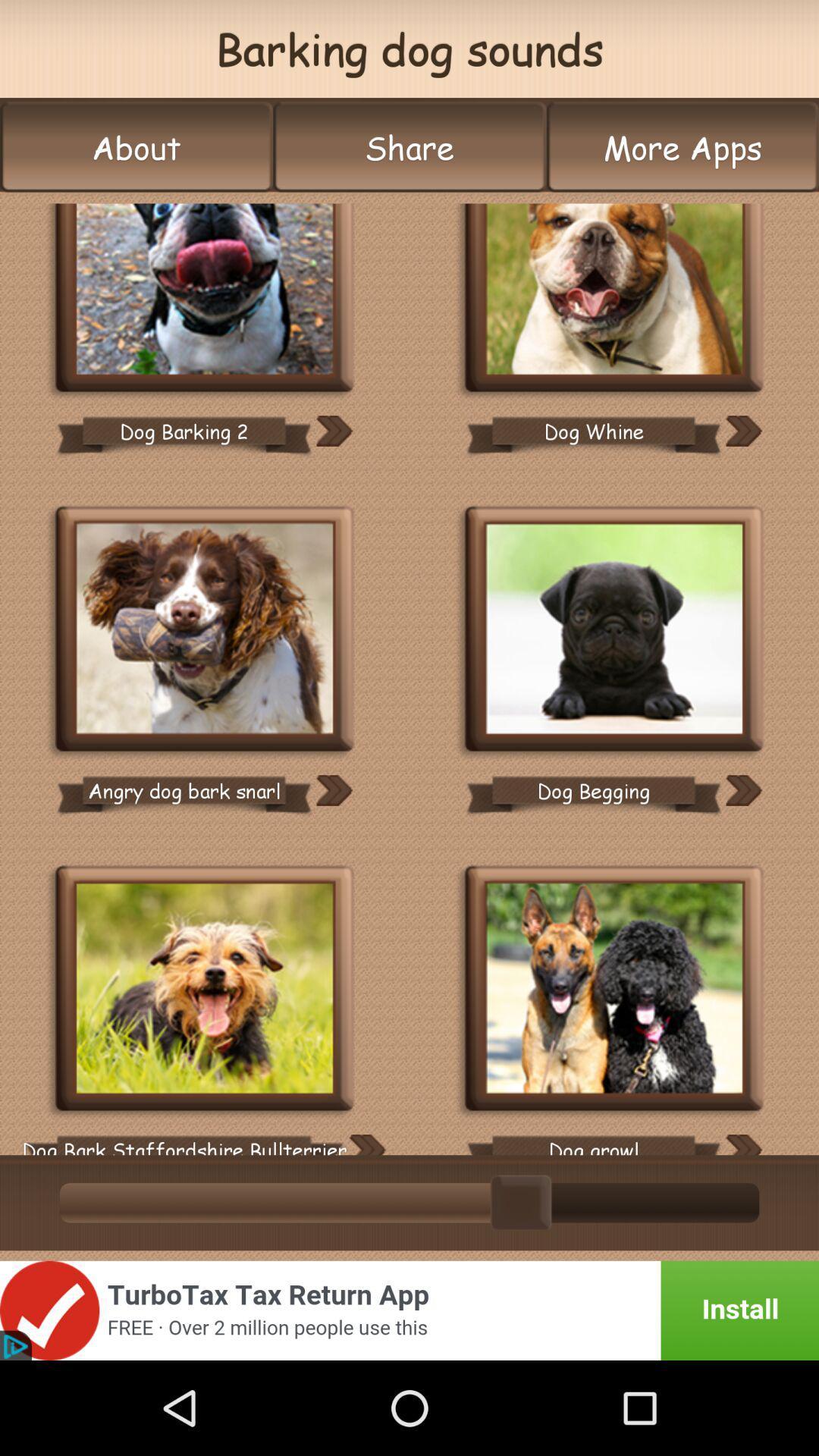 This screenshot has width=819, height=1456. What do you see at coordinates (614, 299) in the screenshot?
I see `audio` at bounding box center [614, 299].